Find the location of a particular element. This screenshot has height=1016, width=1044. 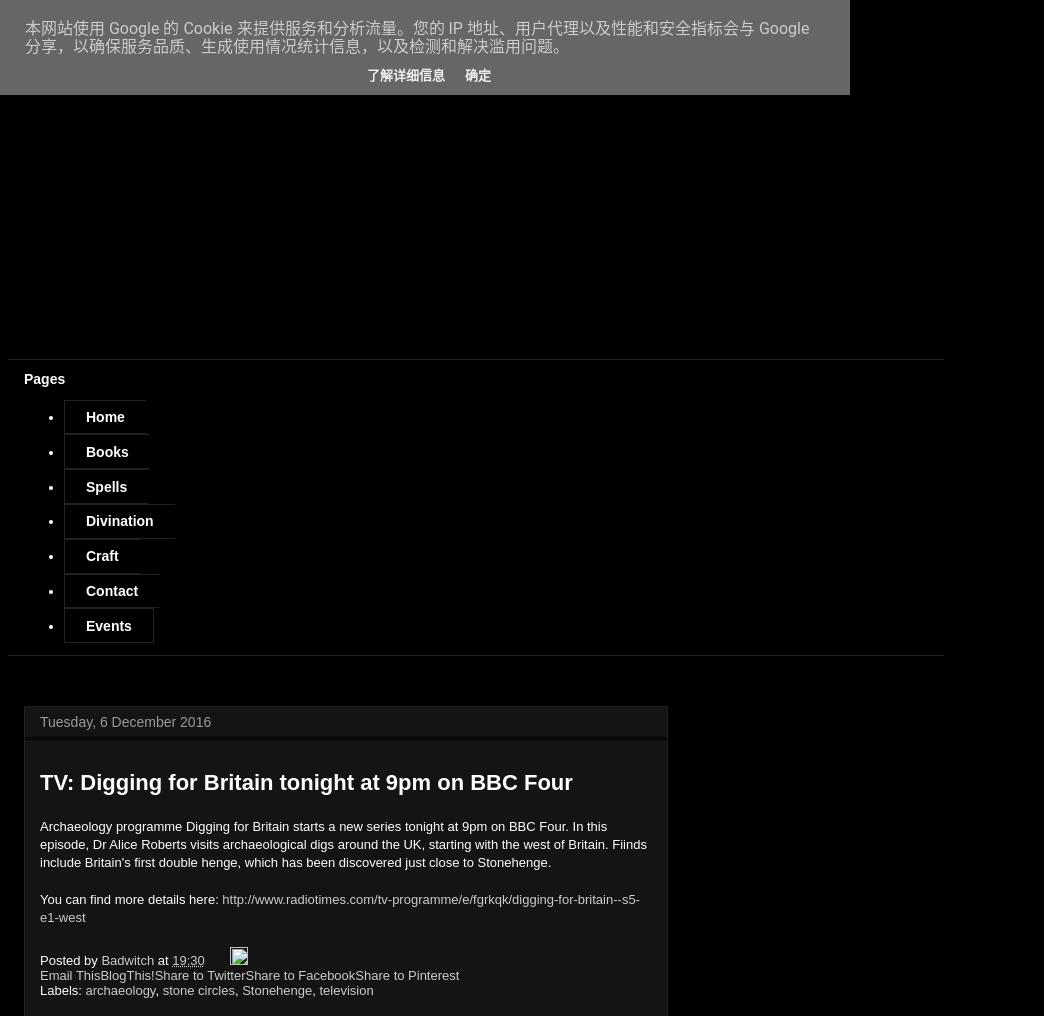

'at' is located at coordinates (156, 959).